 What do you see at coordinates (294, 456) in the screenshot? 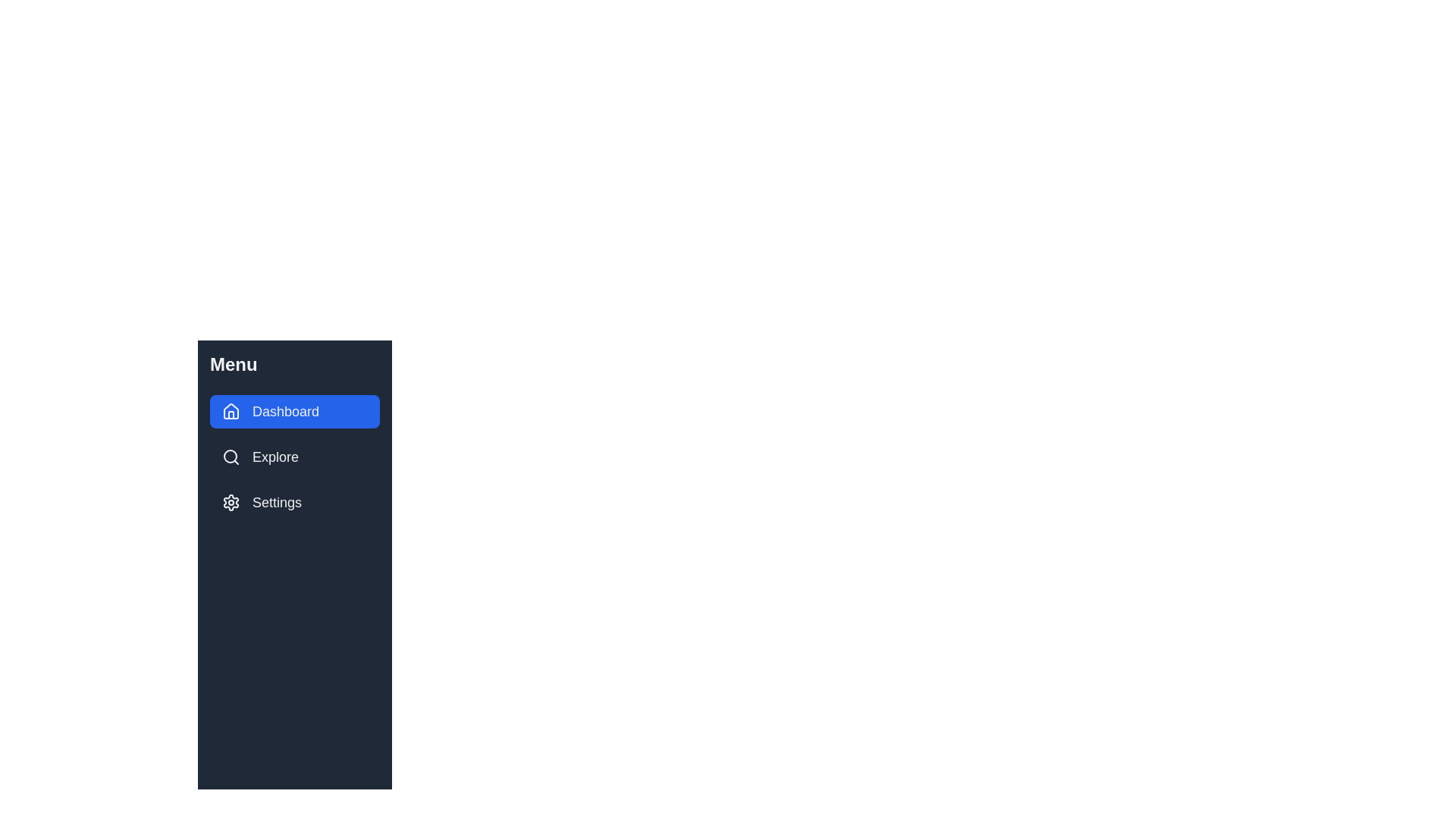
I see `the navigation button labeled 'Explore', which is located in the vertical navigation panel, second from the top, just below the 'Dashboard' button` at bounding box center [294, 456].